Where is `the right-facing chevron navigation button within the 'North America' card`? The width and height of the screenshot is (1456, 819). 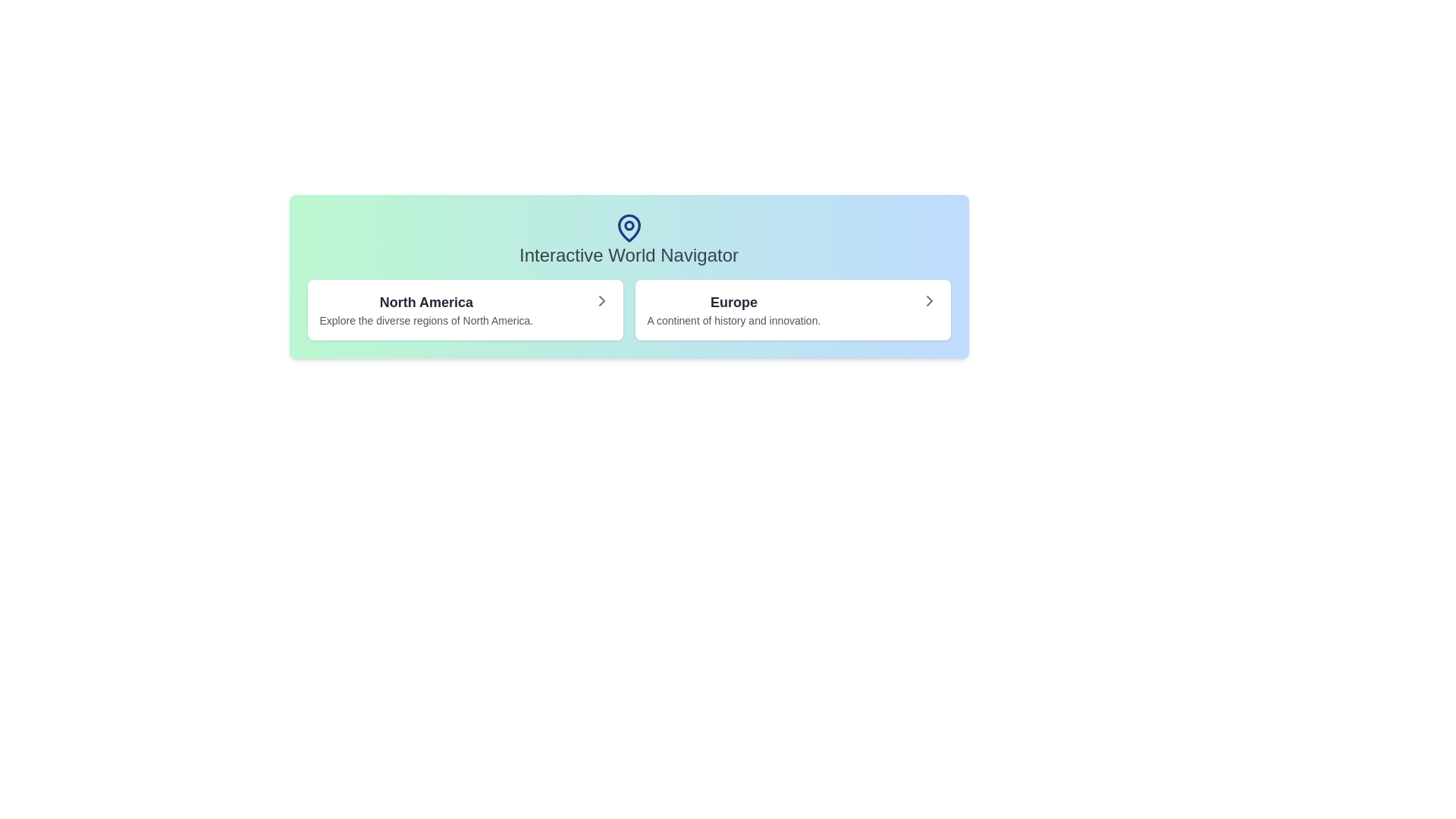
the right-facing chevron navigation button within the 'North America' card is located at coordinates (601, 301).